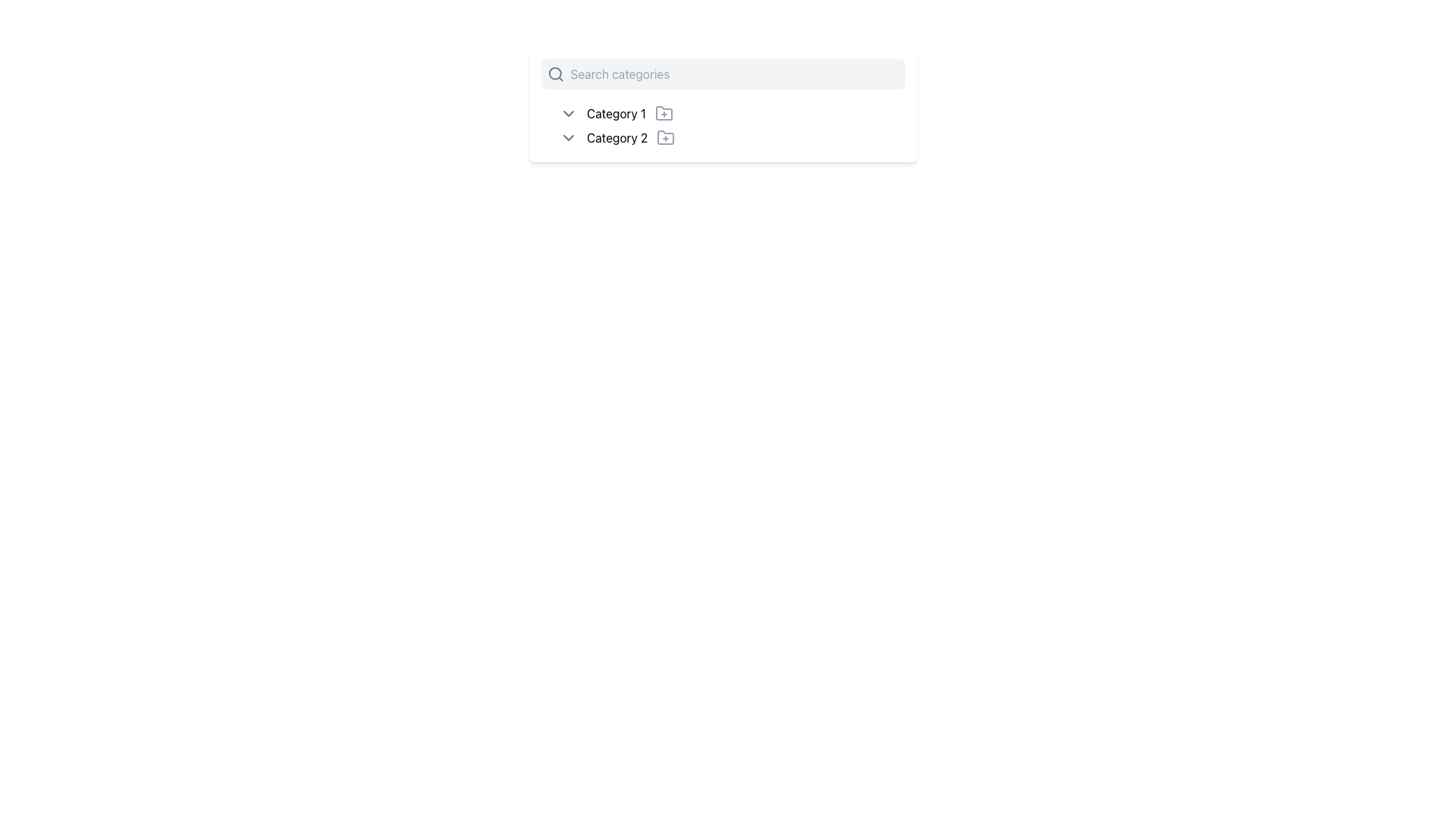 This screenshot has width=1456, height=819. I want to click on the icon to the left of the 'Category 1' text, so click(567, 113).